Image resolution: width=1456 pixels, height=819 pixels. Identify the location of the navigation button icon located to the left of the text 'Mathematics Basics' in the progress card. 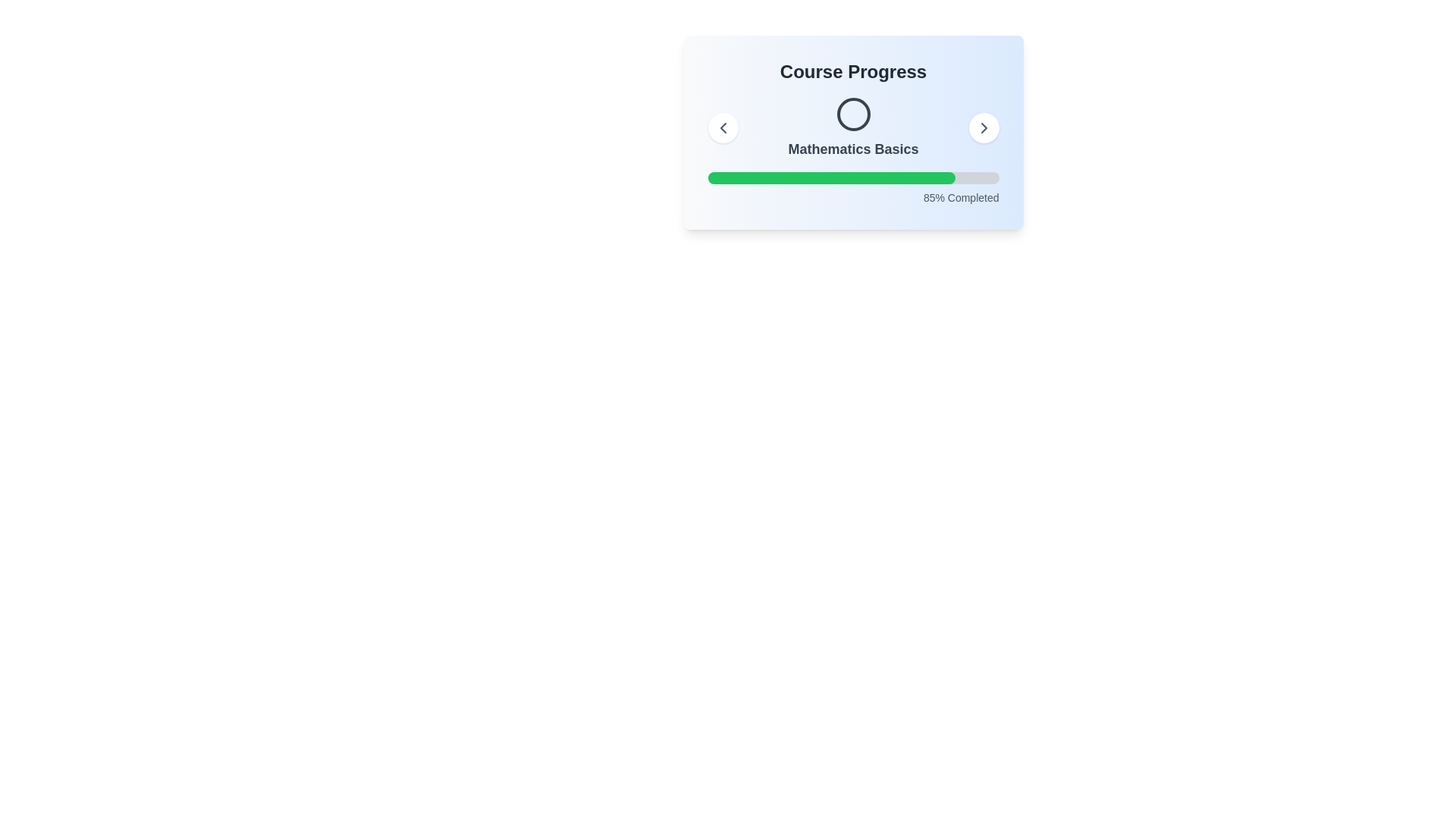
(722, 127).